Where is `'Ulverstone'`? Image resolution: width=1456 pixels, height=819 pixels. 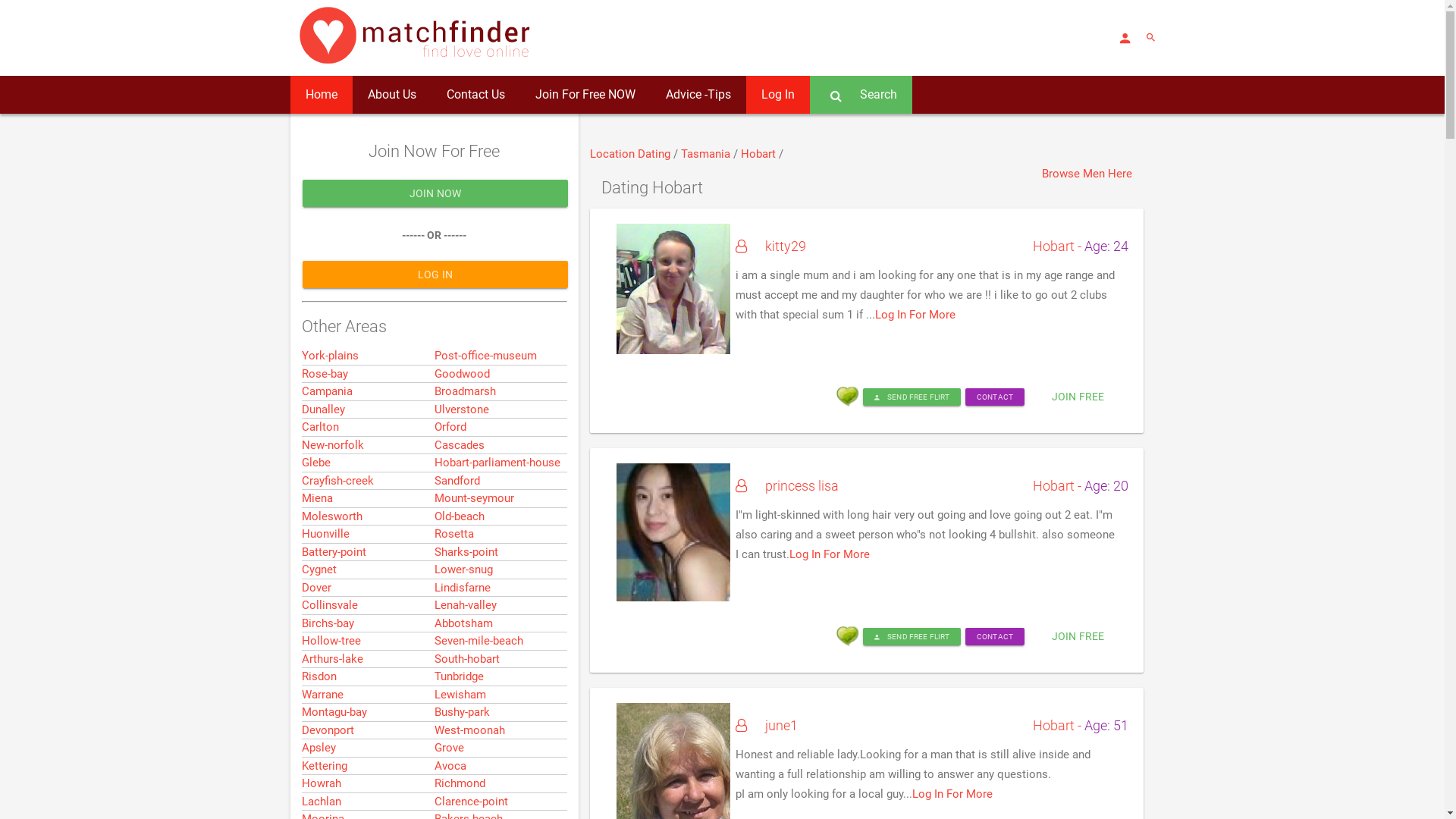
'Ulverstone' is located at coordinates (460, 409).